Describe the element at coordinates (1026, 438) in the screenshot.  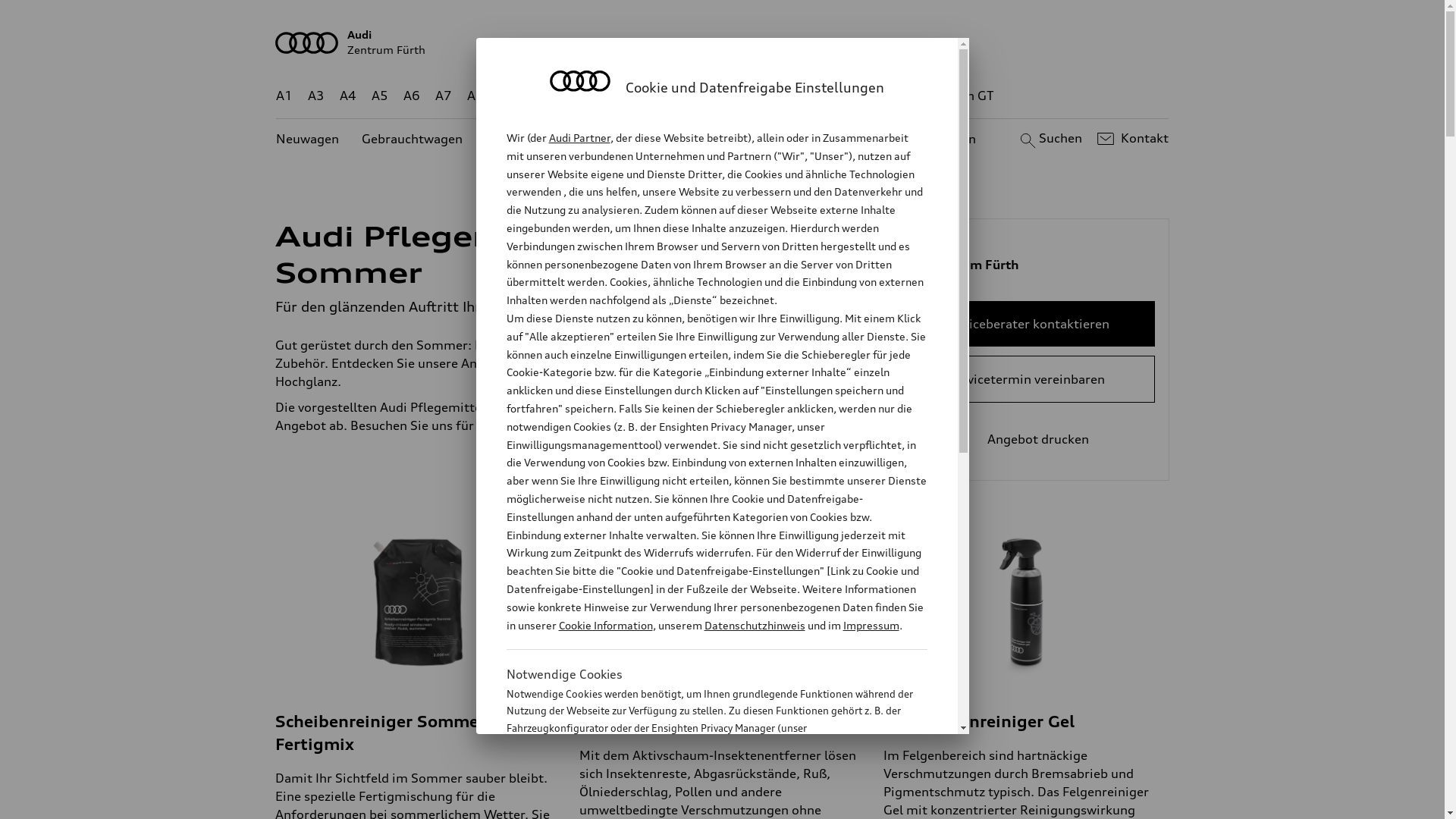
I see `'Angebot drucken'` at that location.